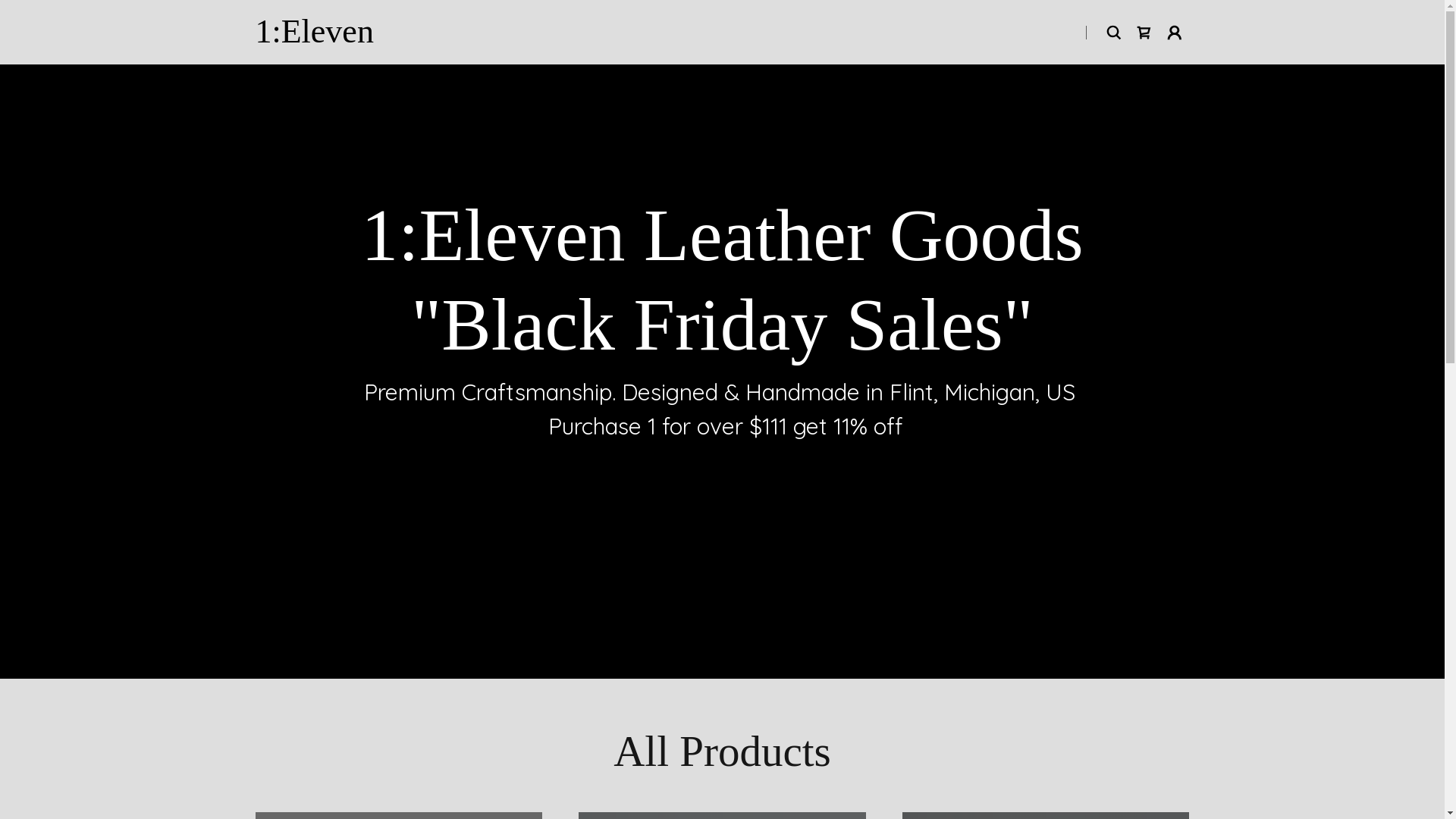  Describe the element at coordinates (312, 36) in the screenshot. I see `'1:Eleven'` at that location.